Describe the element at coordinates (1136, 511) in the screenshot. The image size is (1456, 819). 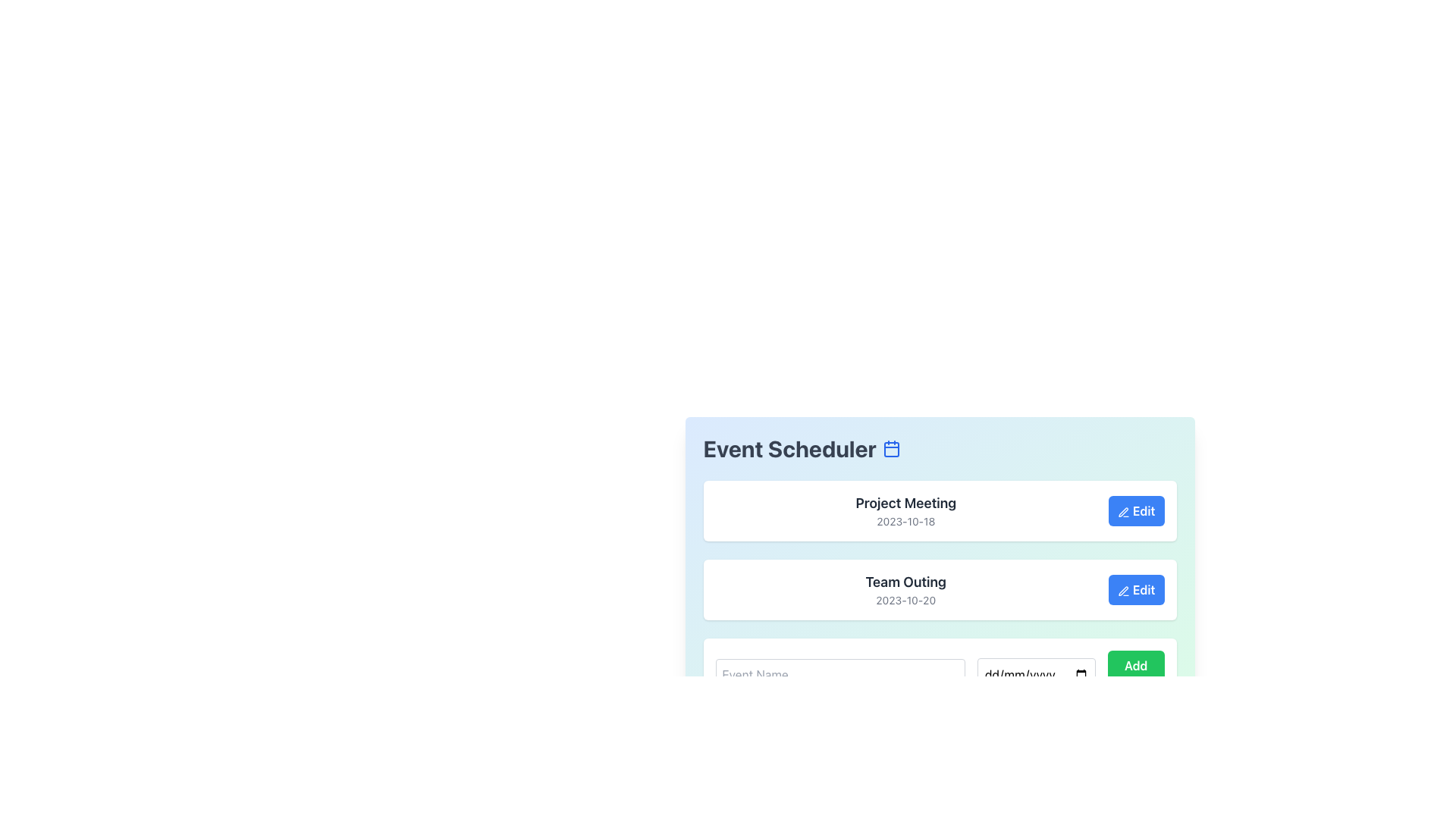
I see `the edit button located at the far right of the panel for the 'Project Meeting' event on date '2023-10-18'` at that location.